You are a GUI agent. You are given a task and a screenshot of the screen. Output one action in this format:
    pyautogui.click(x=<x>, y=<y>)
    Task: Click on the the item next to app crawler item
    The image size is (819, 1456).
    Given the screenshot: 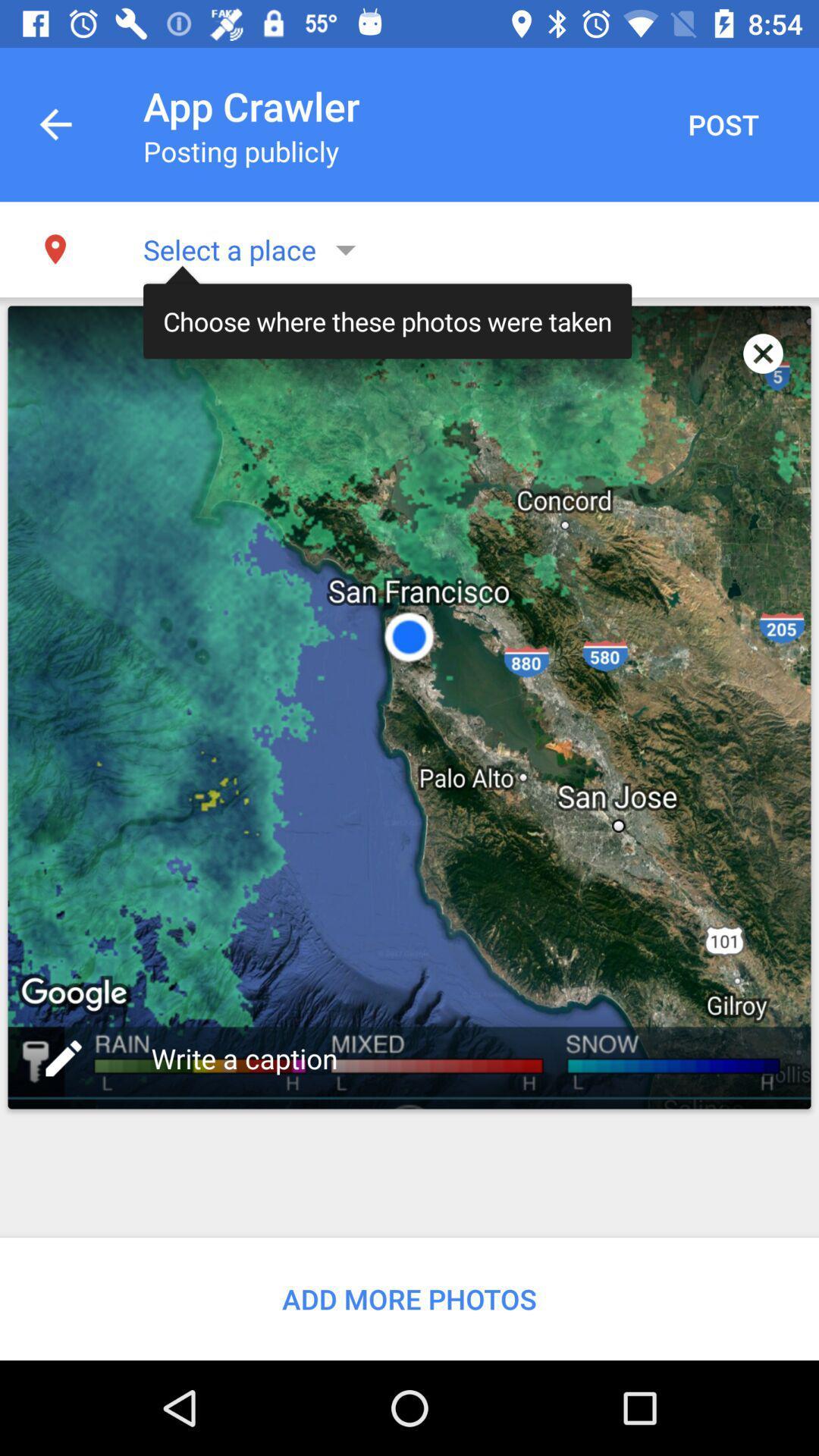 What is the action you would take?
    pyautogui.click(x=55, y=124)
    